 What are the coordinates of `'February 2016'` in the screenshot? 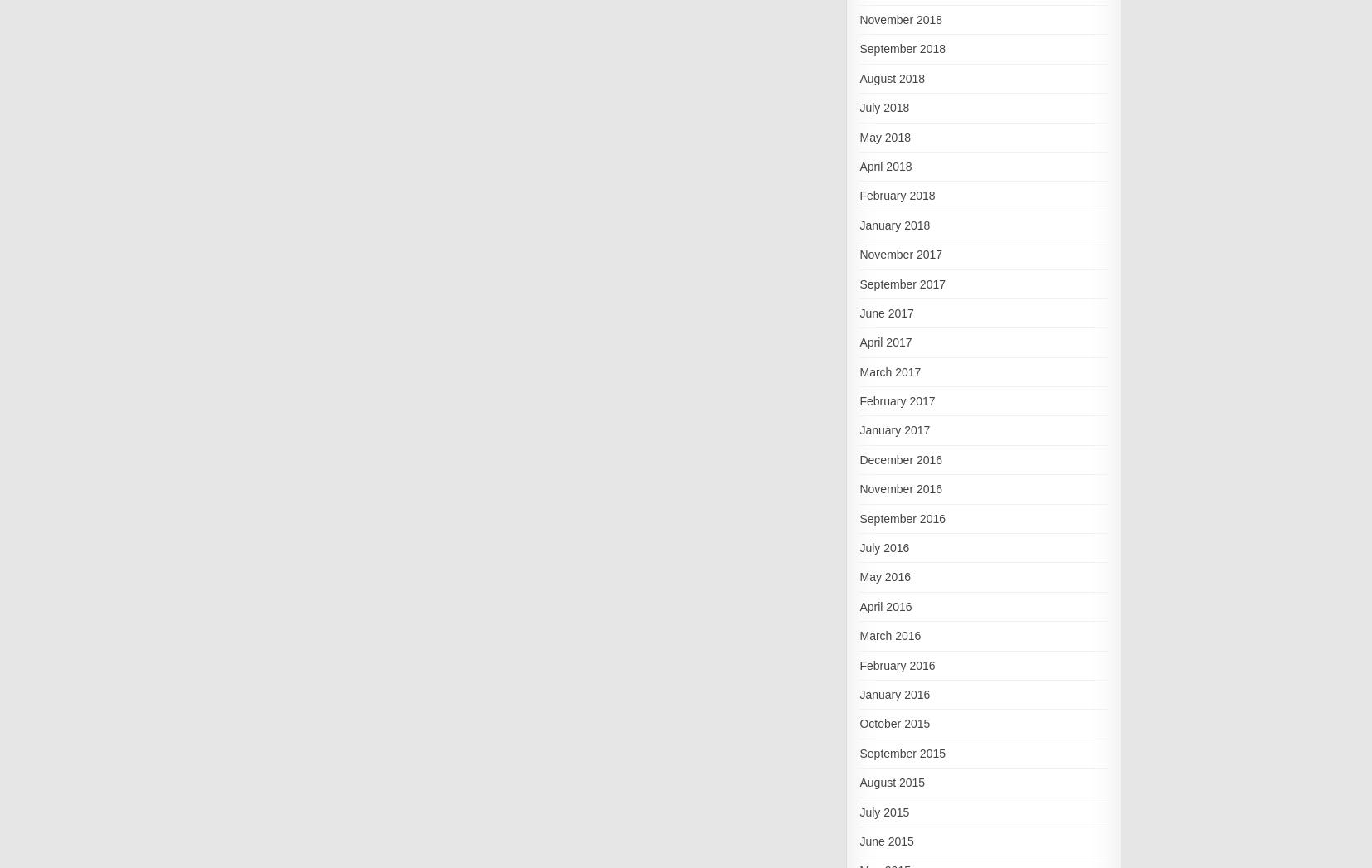 It's located at (896, 664).